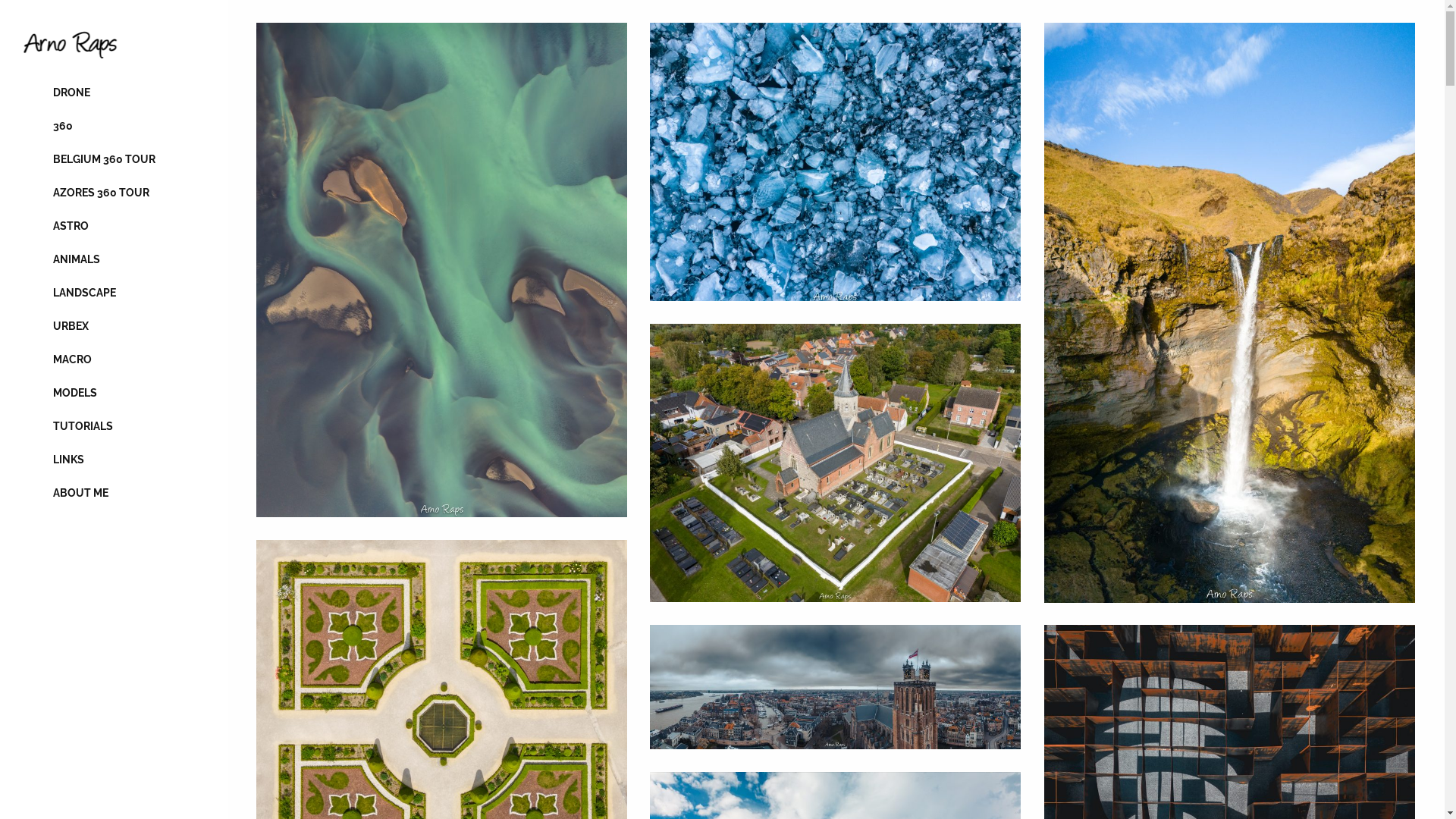 Image resolution: width=1456 pixels, height=819 pixels. What do you see at coordinates (22, 158) in the screenshot?
I see `'BELGIUM 360 TOUR'` at bounding box center [22, 158].